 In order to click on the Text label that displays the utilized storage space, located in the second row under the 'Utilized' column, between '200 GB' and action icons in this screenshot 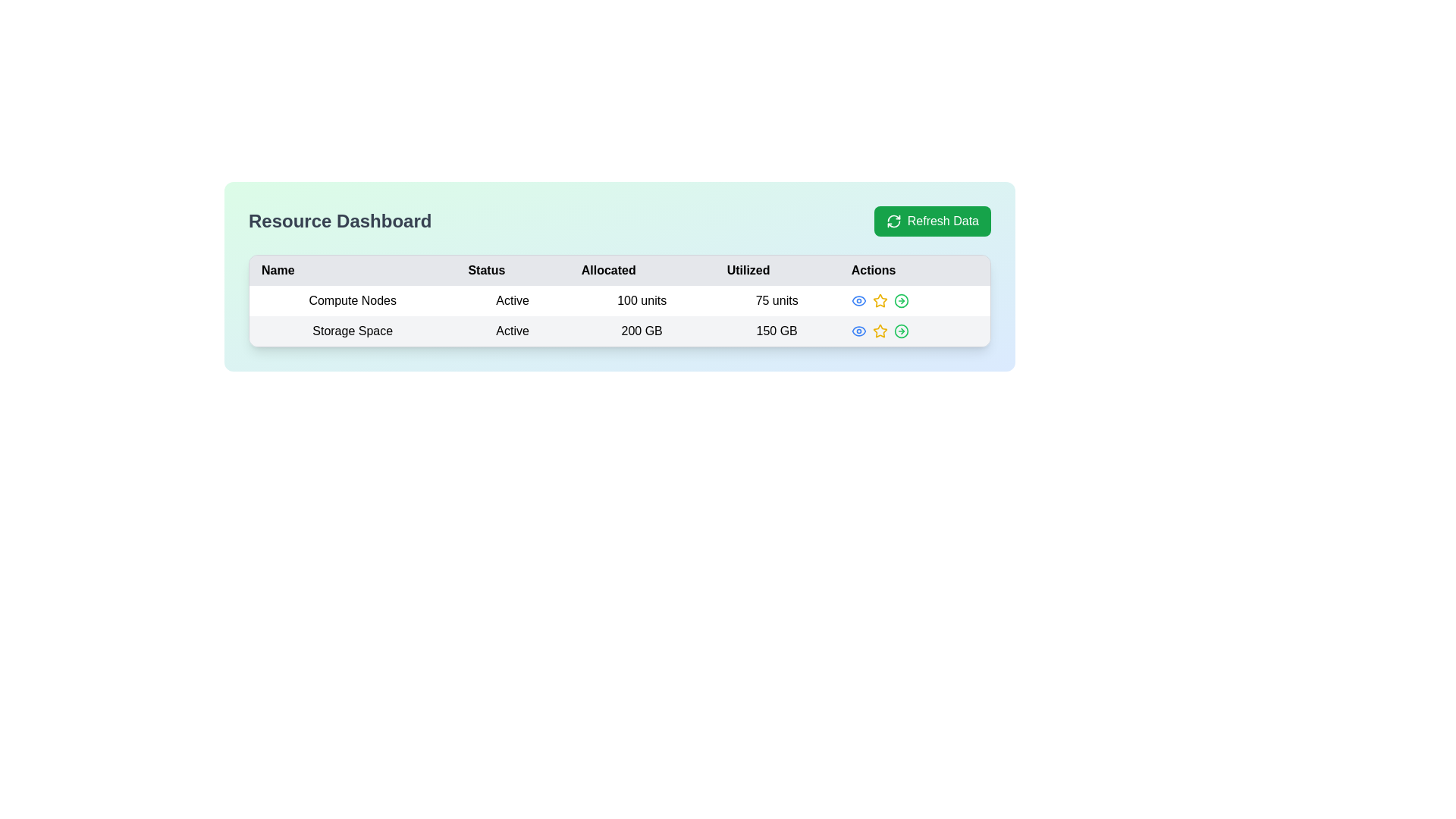, I will do `click(777, 330)`.